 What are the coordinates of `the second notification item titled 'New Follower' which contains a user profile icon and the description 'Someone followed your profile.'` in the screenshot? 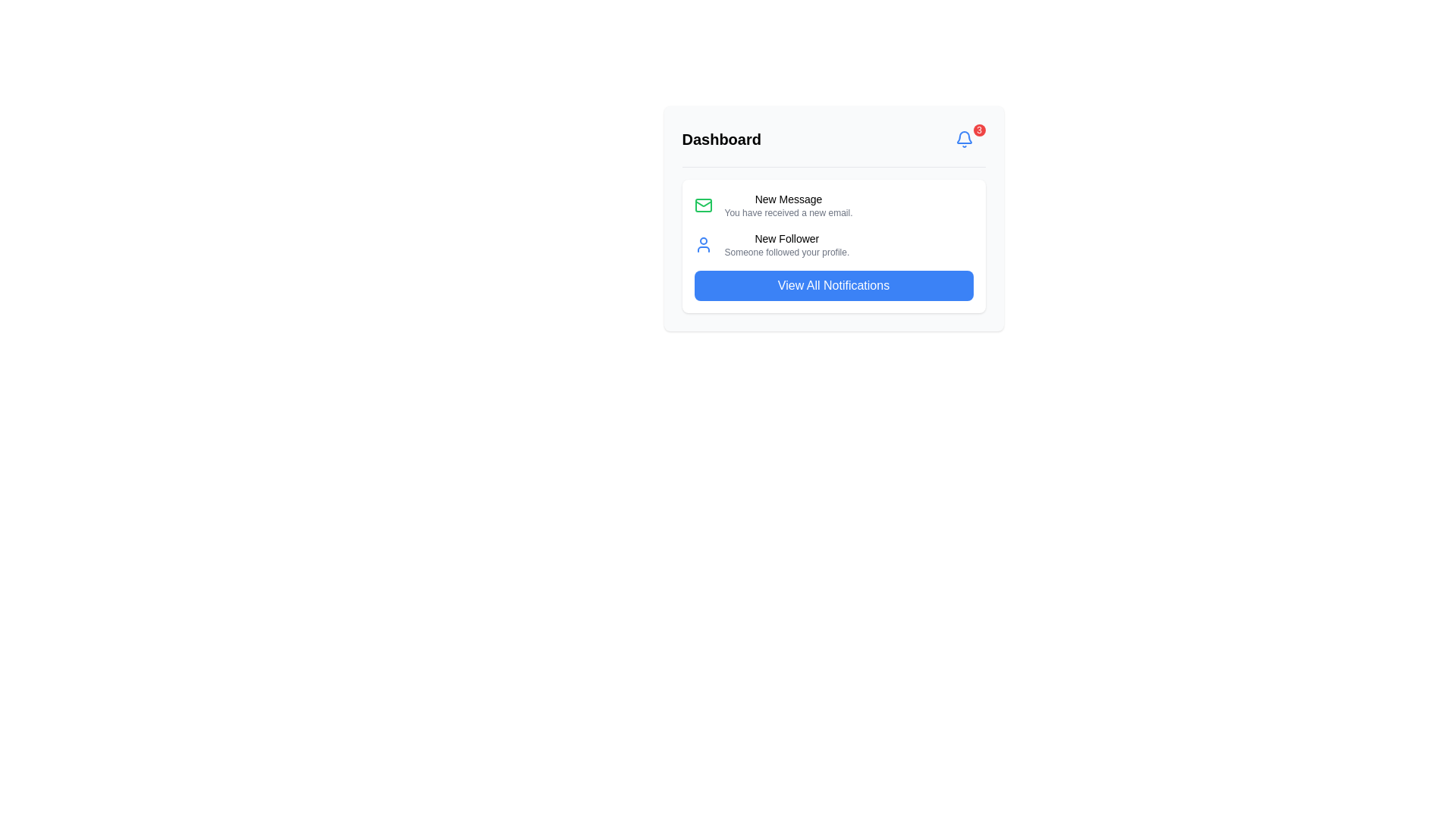 It's located at (833, 244).